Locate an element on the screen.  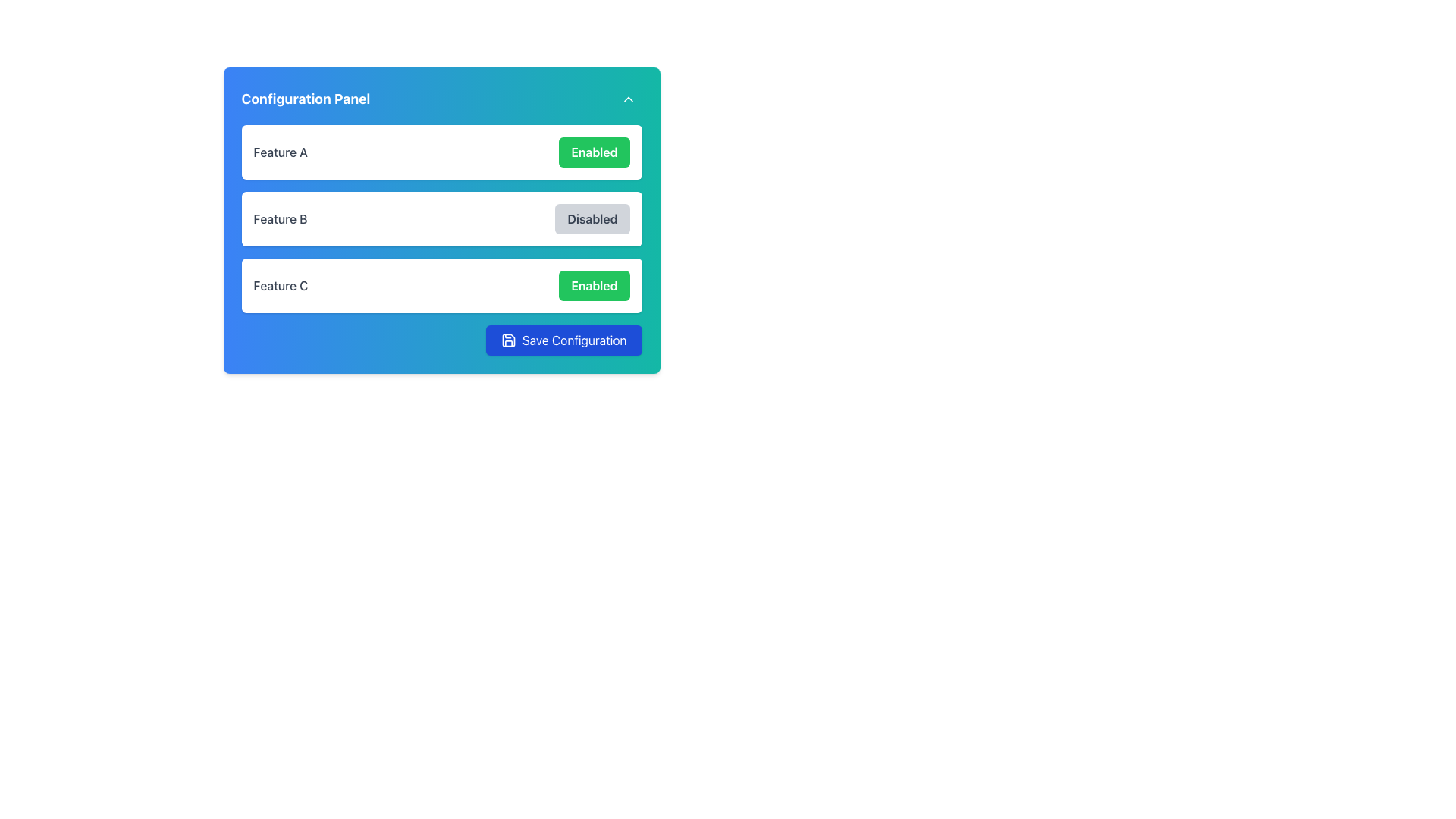
the floppy disk icon displayed on the 'Save Configuration' button, located at the bottom center of the configuration panel is located at coordinates (508, 339).